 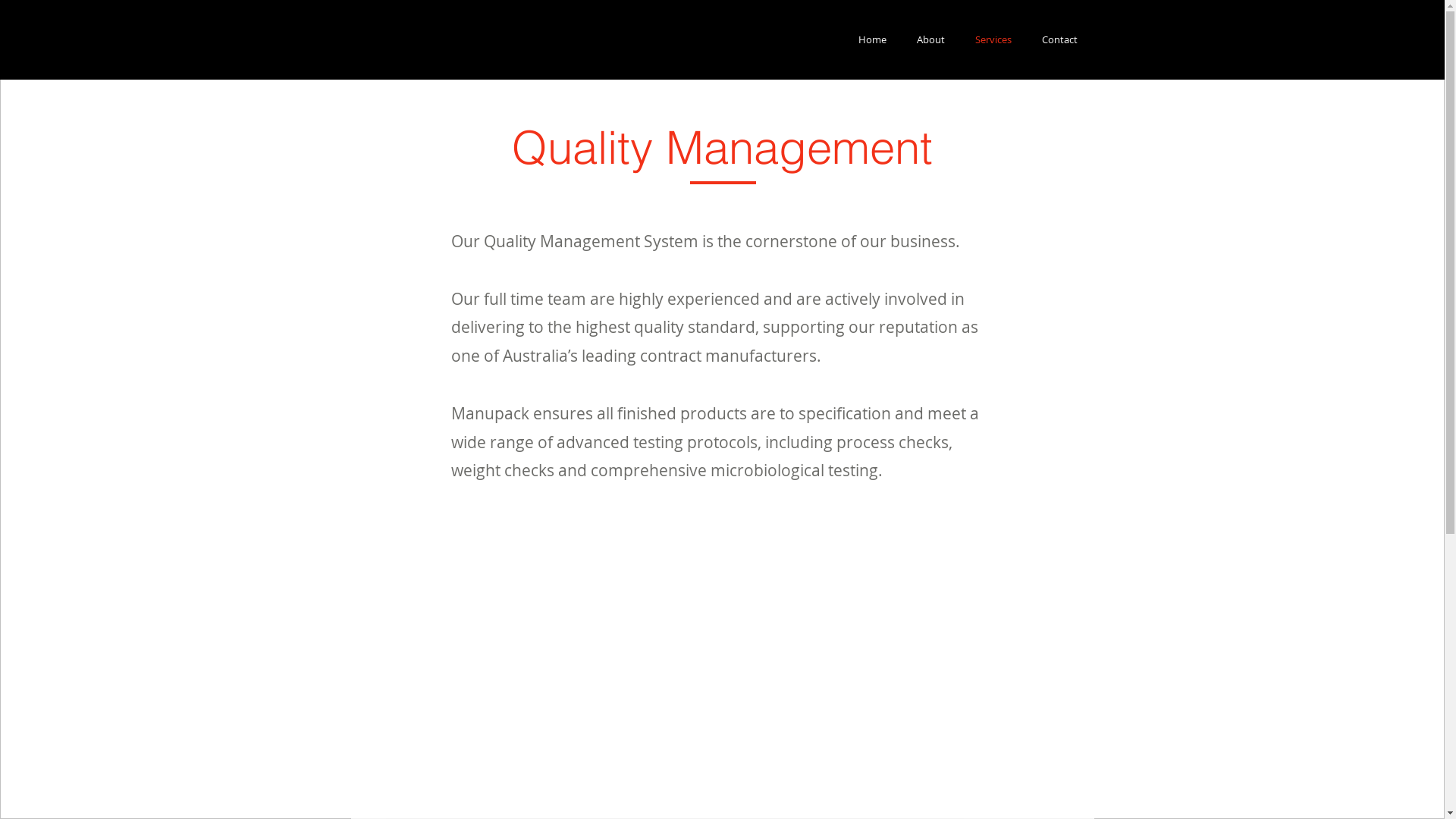 What do you see at coordinates (993, 39) in the screenshot?
I see `'Services'` at bounding box center [993, 39].